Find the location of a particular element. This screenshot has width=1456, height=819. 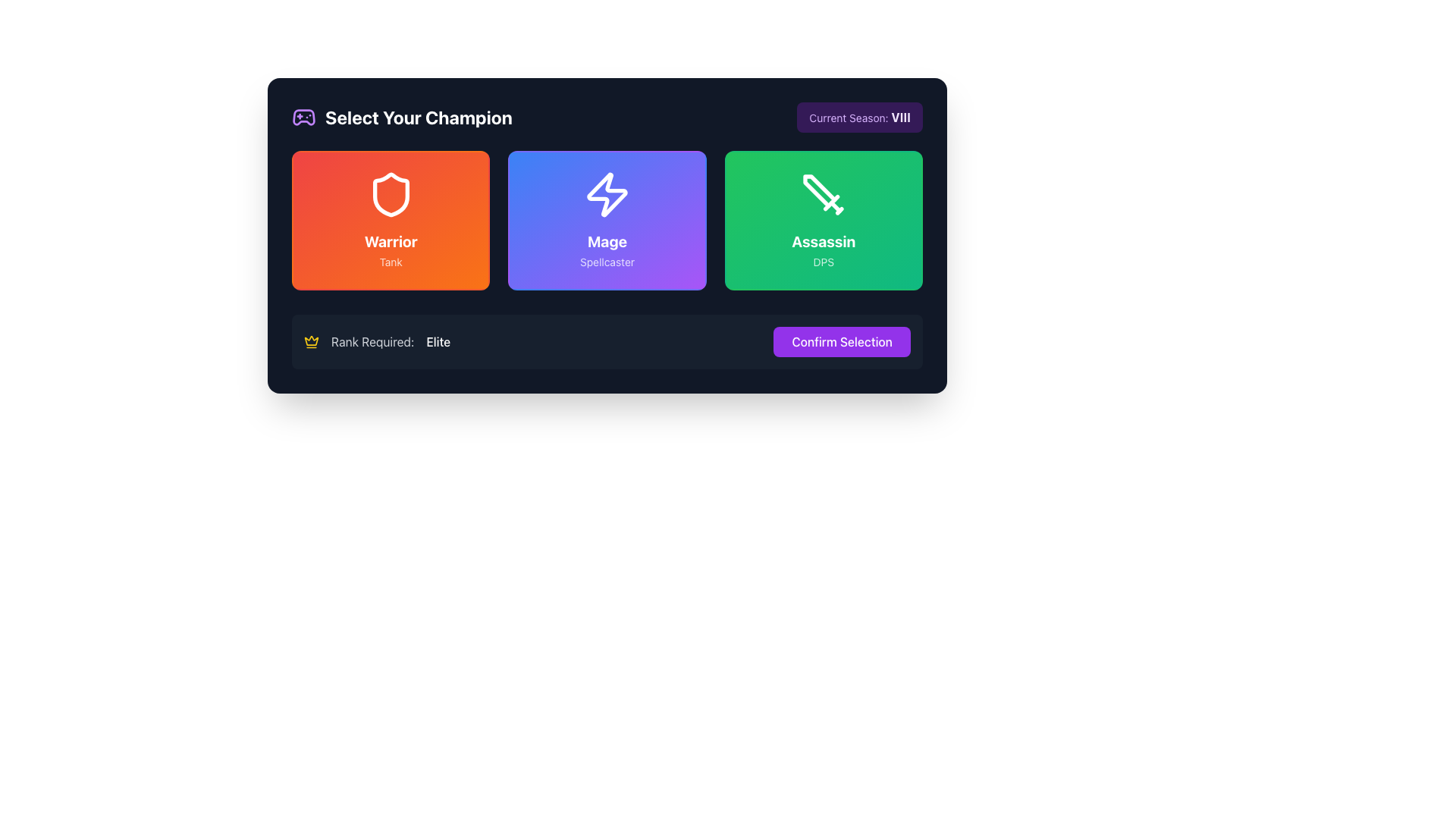

the leftmost card containing a shield-shaped icon and the text 'Warrior' in bold white font is located at coordinates (391, 220).